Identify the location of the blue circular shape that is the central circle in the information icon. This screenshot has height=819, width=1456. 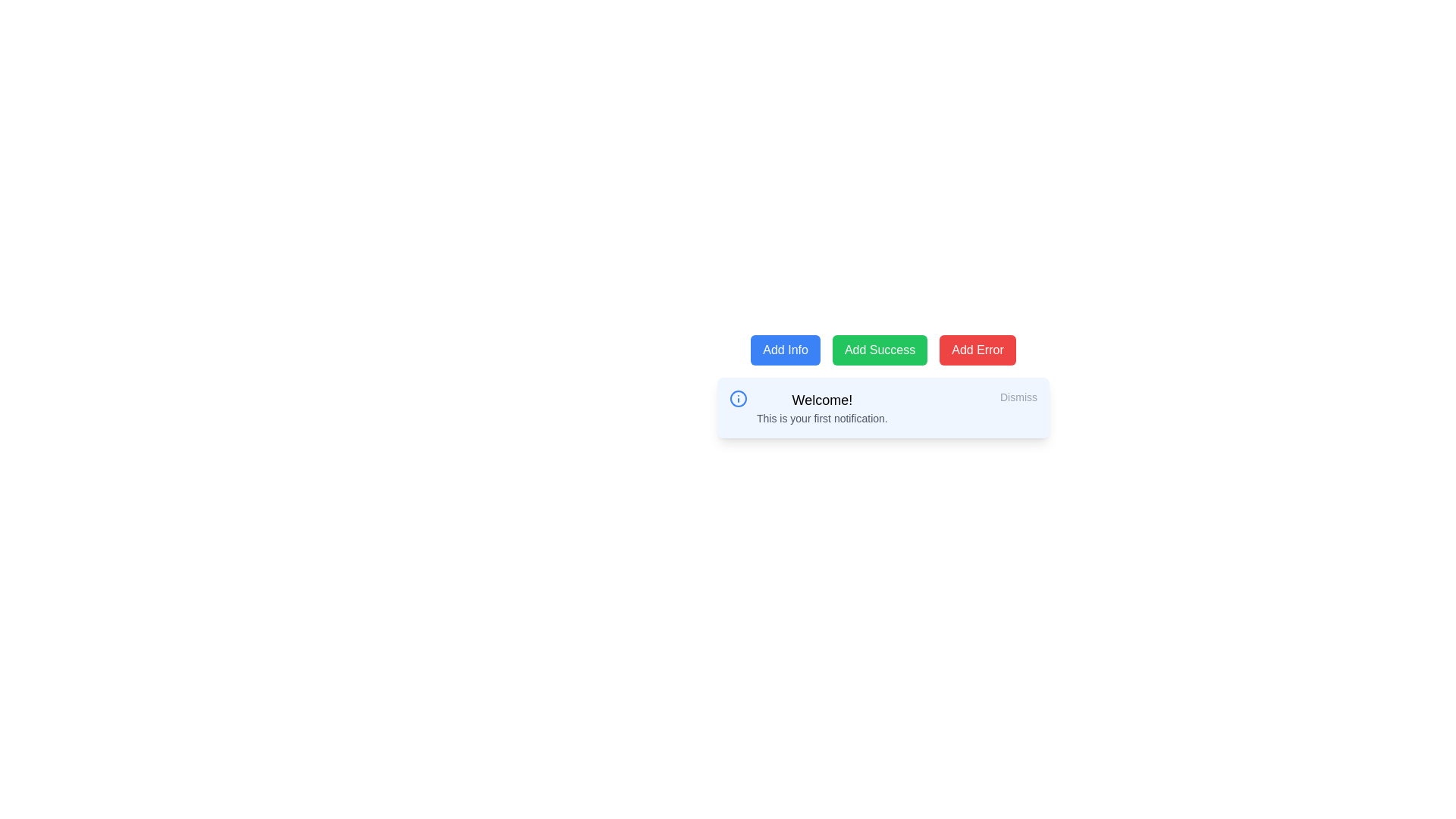
(739, 397).